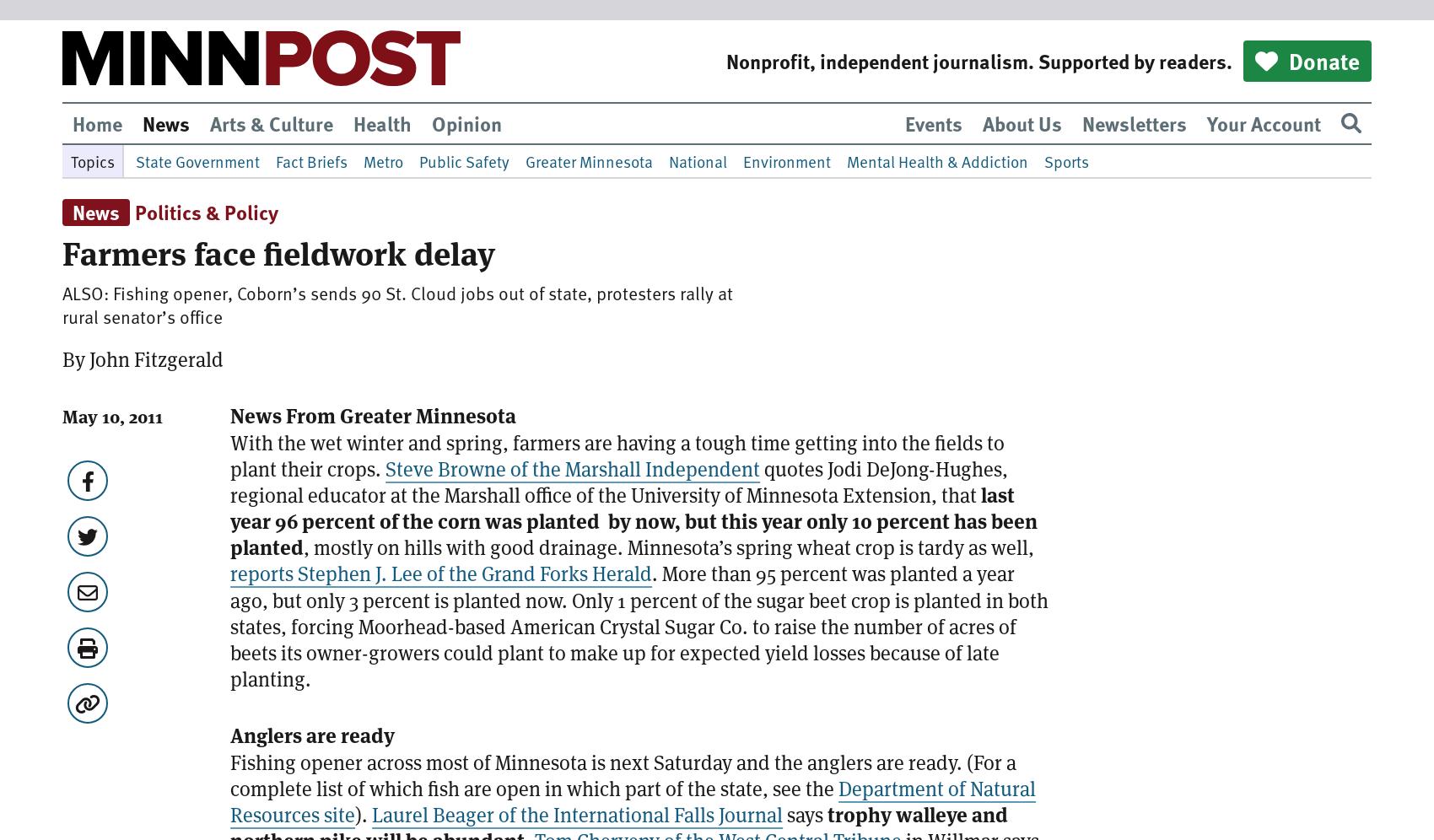 Image resolution: width=1434 pixels, height=840 pixels. I want to click on 'Politics & Policy', so click(206, 212).